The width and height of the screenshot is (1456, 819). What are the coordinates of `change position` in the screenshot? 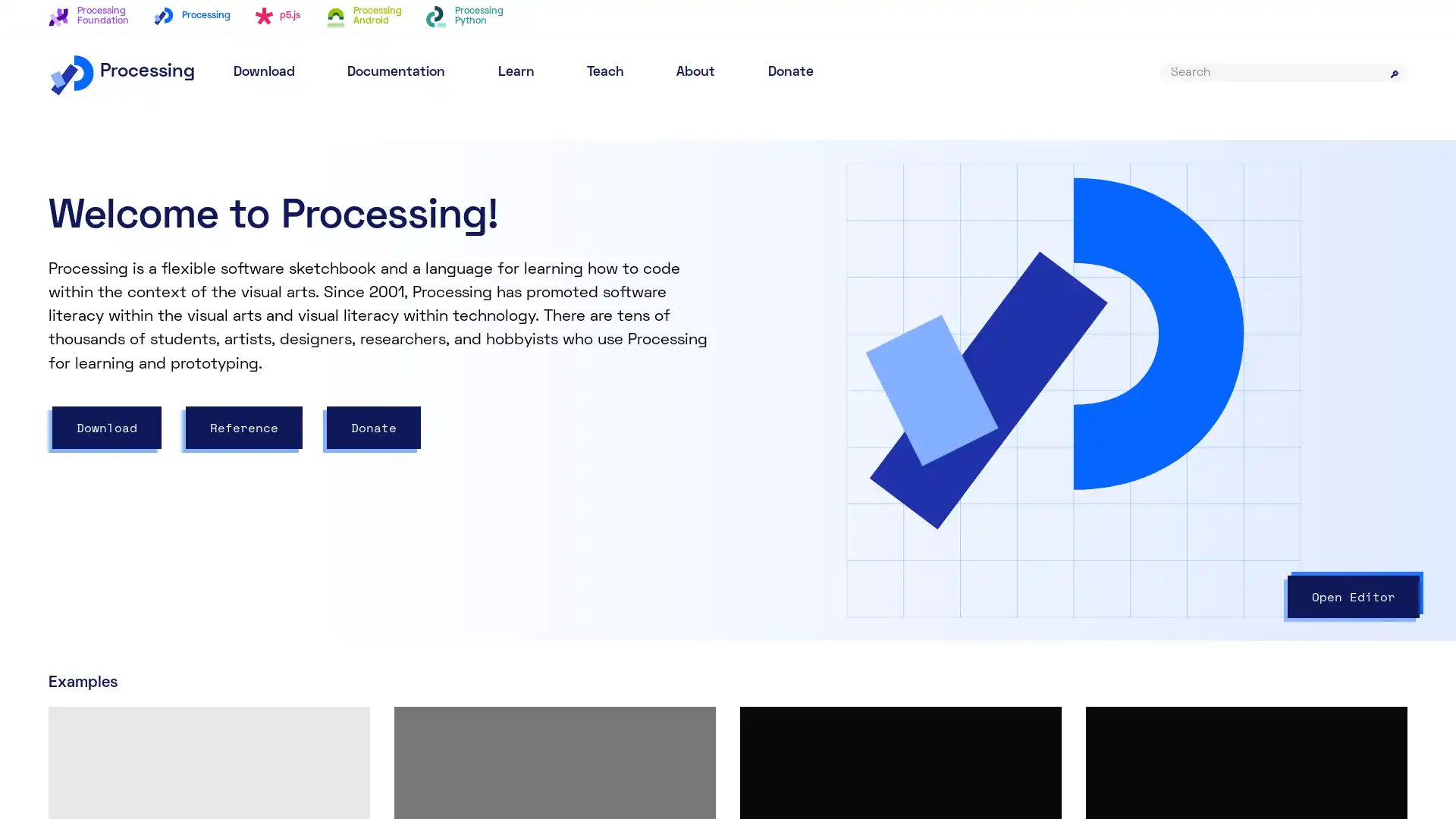 It's located at (1061, 416).